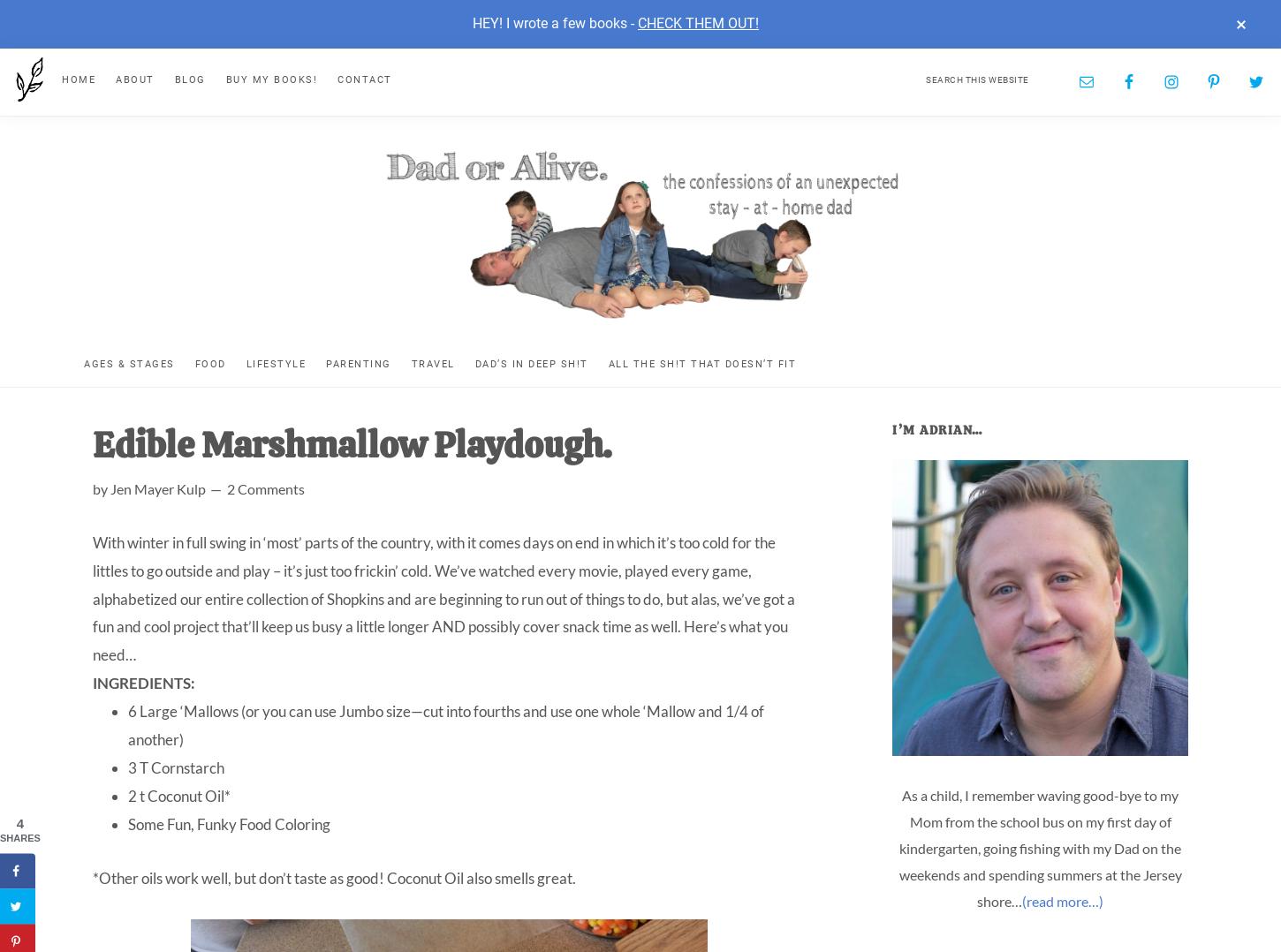 The width and height of the screenshot is (1281, 952). I want to click on 'Ages & Stages', so click(83, 362).